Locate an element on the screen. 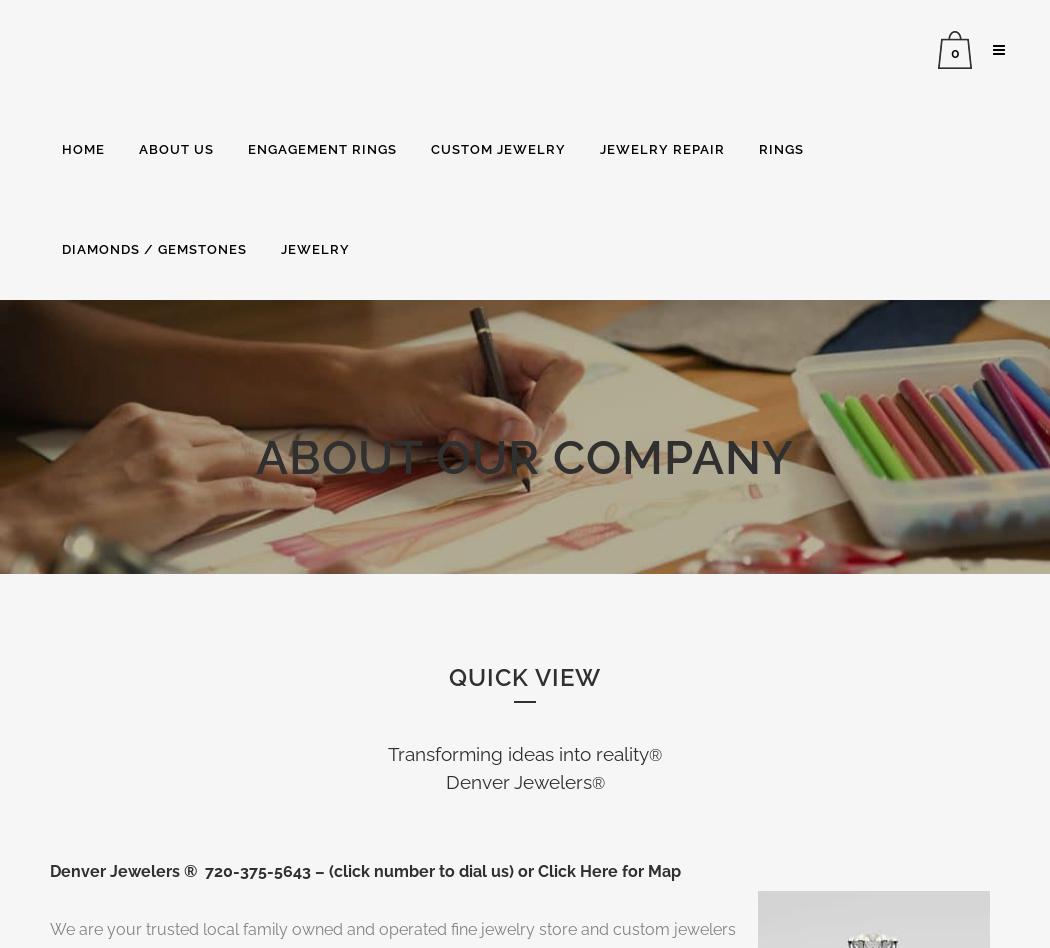 This screenshot has width=1050, height=948. '0' is located at coordinates (953, 52).